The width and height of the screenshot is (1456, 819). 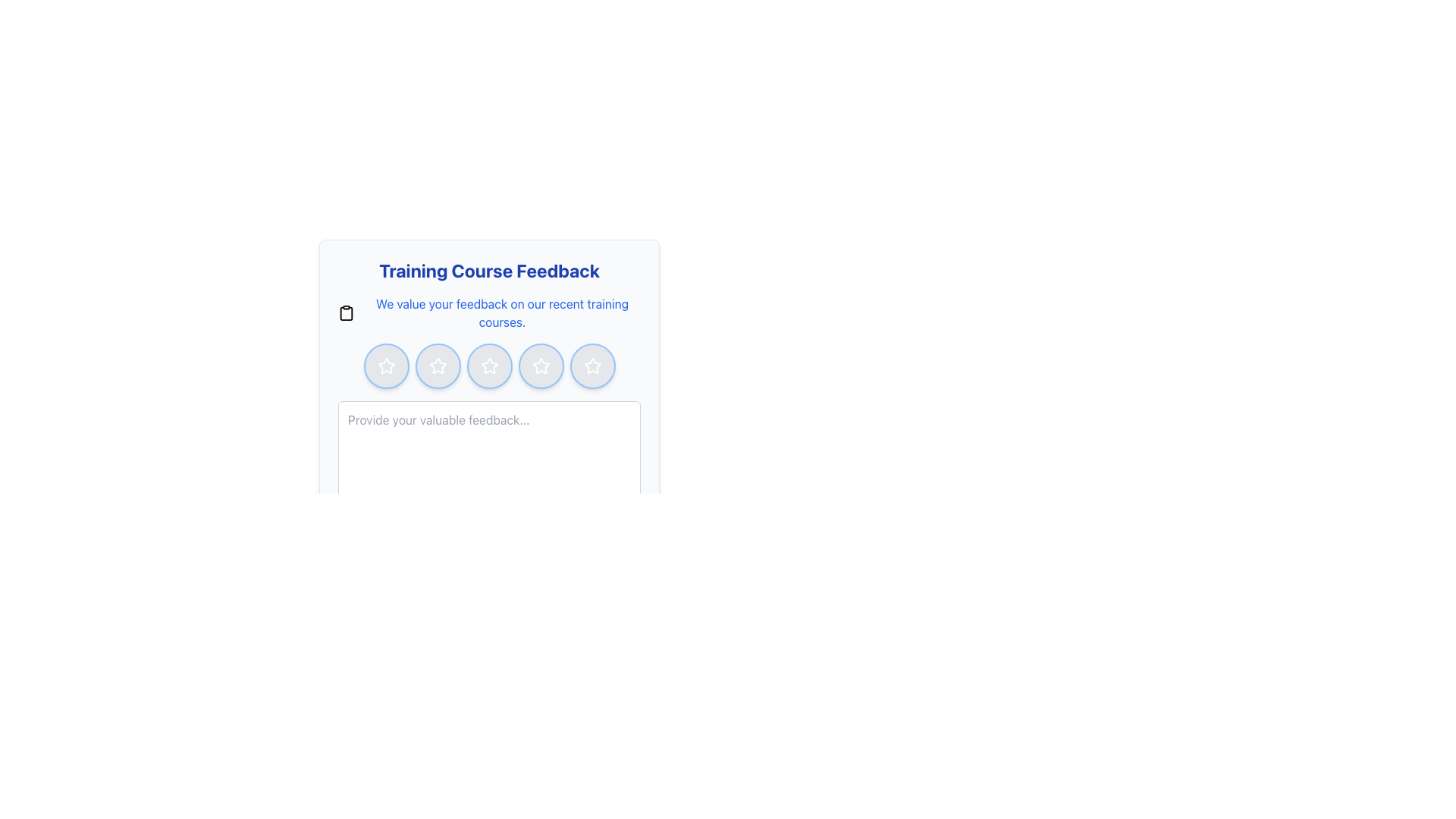 What do you see at coordinates (591, 366) in the screenshot?
I see `the fifth star in the five-star rating component` at bounding box center [591, 366].